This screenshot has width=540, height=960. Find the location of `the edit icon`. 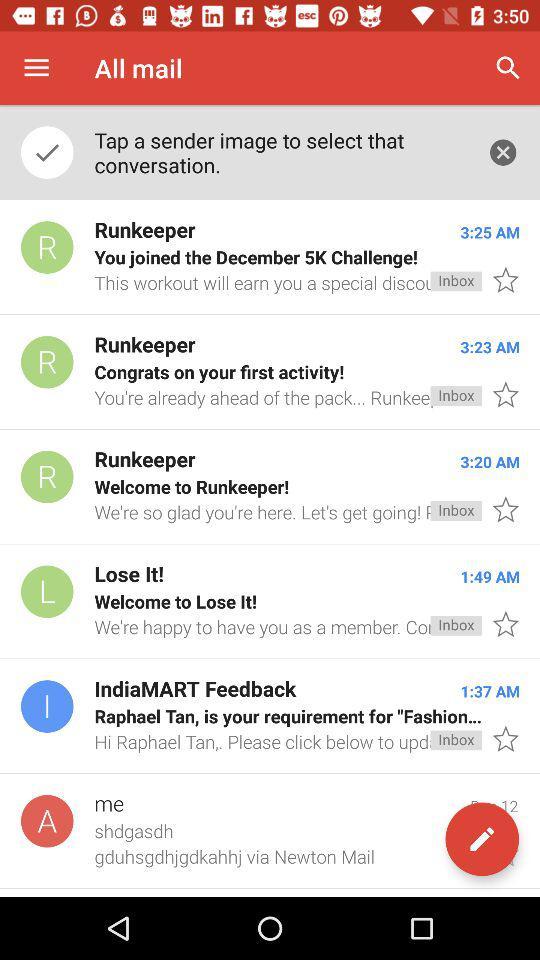

the edit icon is located at coordinates (481, 839).